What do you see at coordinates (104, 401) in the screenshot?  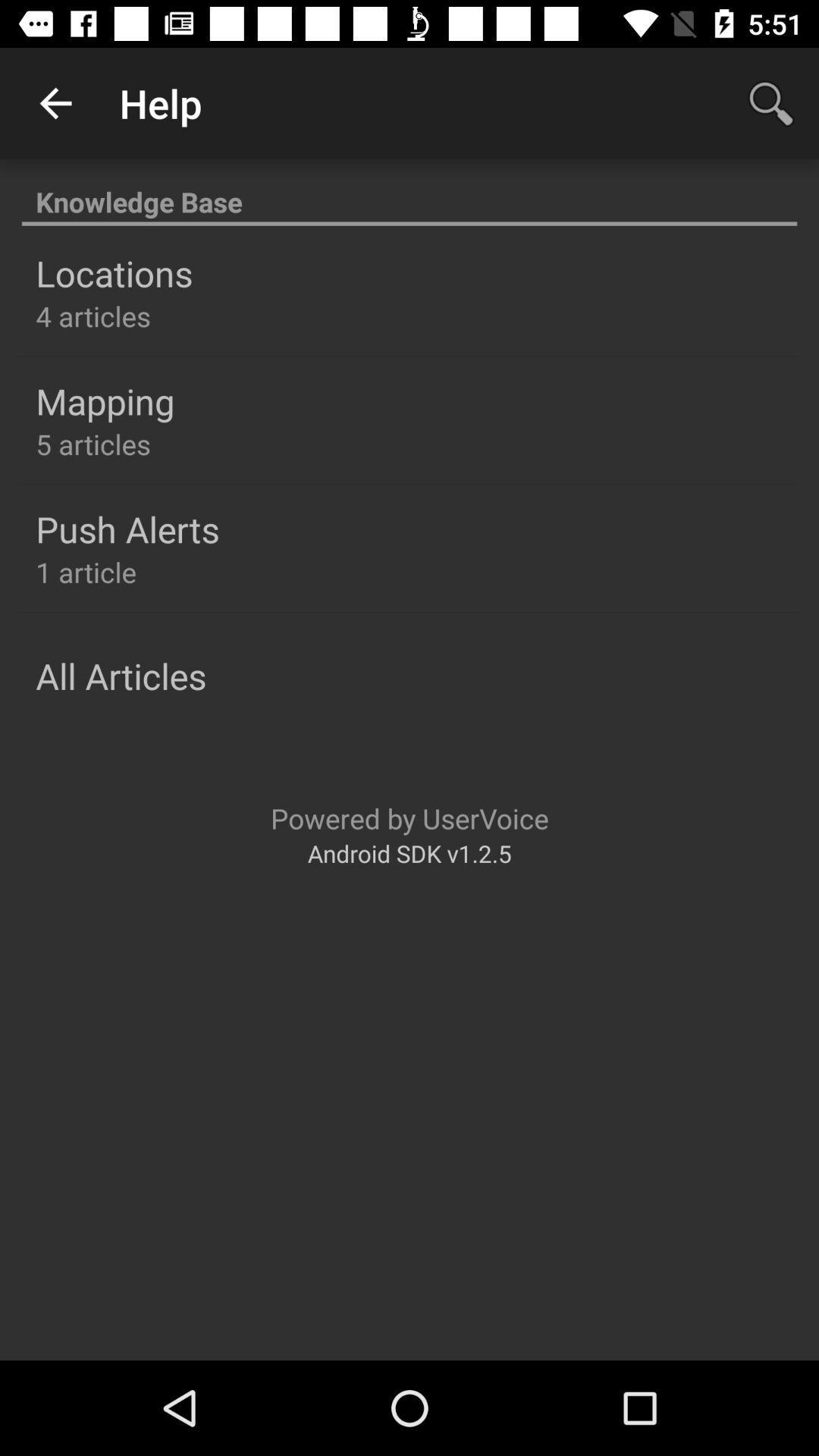 I see `icon above 5 articles item` at bounding box center [104, 401].